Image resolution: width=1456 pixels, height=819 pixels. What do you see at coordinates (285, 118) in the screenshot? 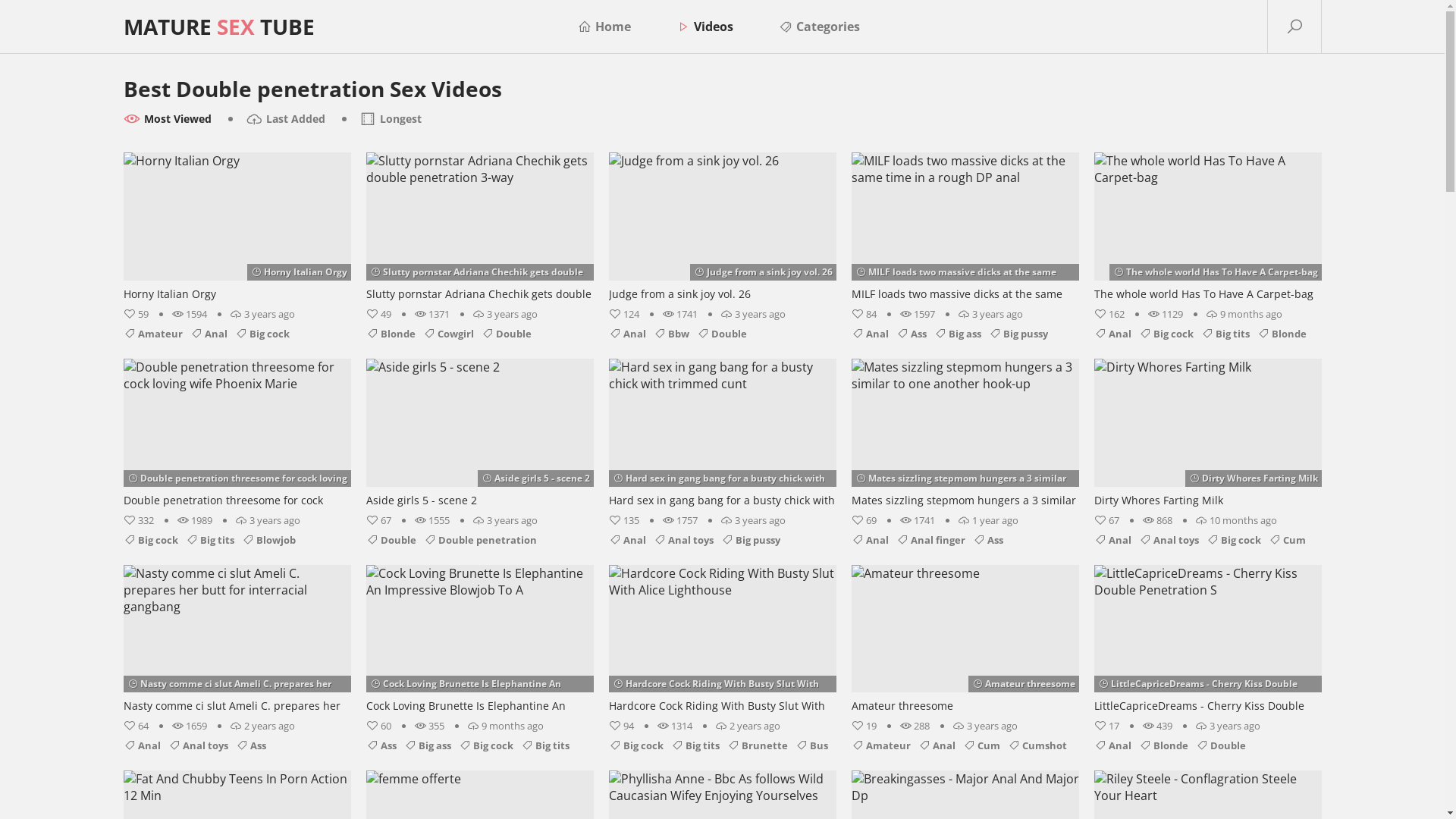
I see `'Last Added'` at bounding box center [285, 118].